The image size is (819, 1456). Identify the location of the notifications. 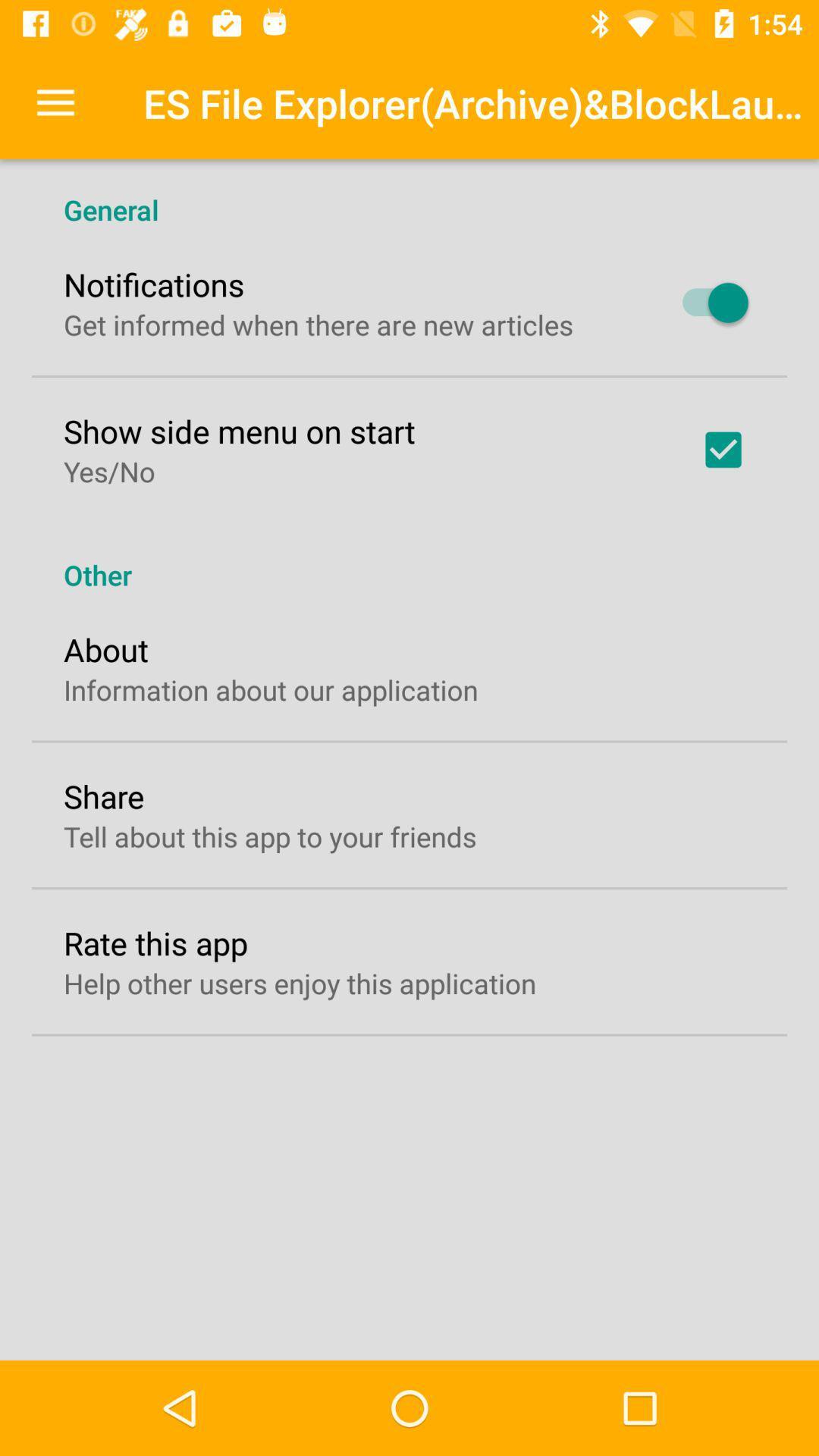
(154, 284).